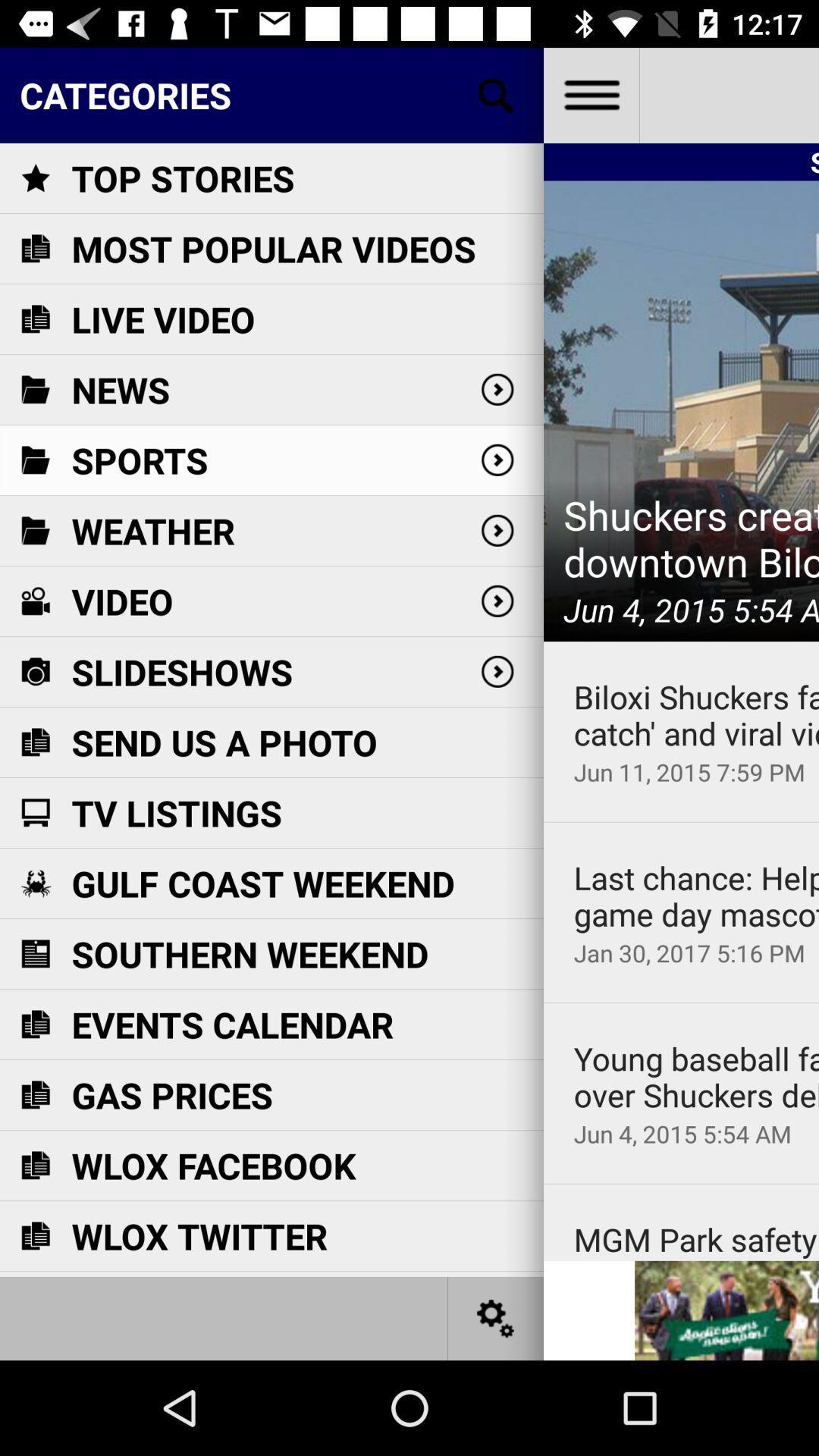 This screenshot has height=1456, width=819. Describe the element at coordinates (496, 1317) in the screenshot. I see `the settings icon` at that location.